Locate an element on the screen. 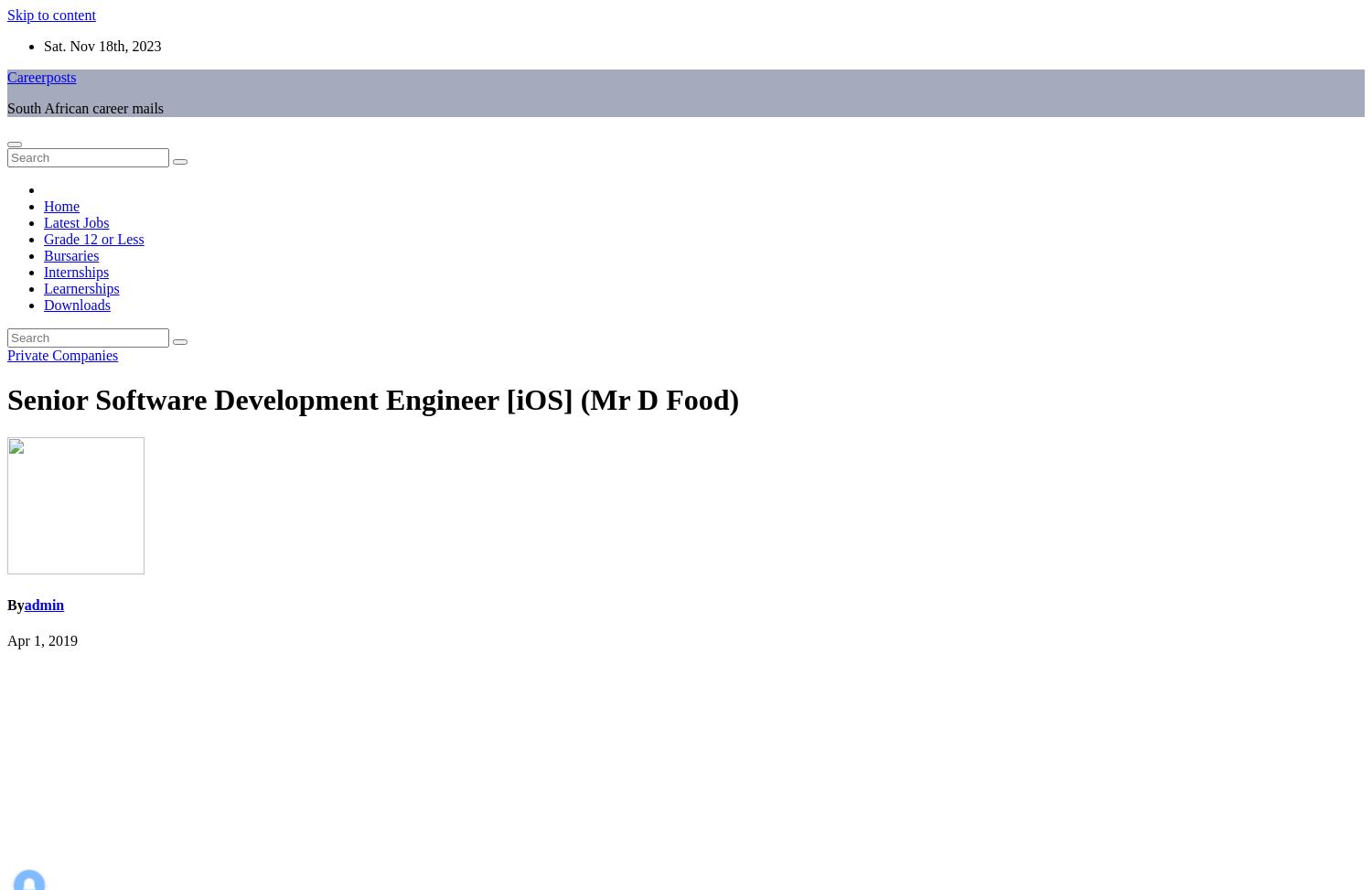  'South African career mails' is located at coordinates (84, 107).